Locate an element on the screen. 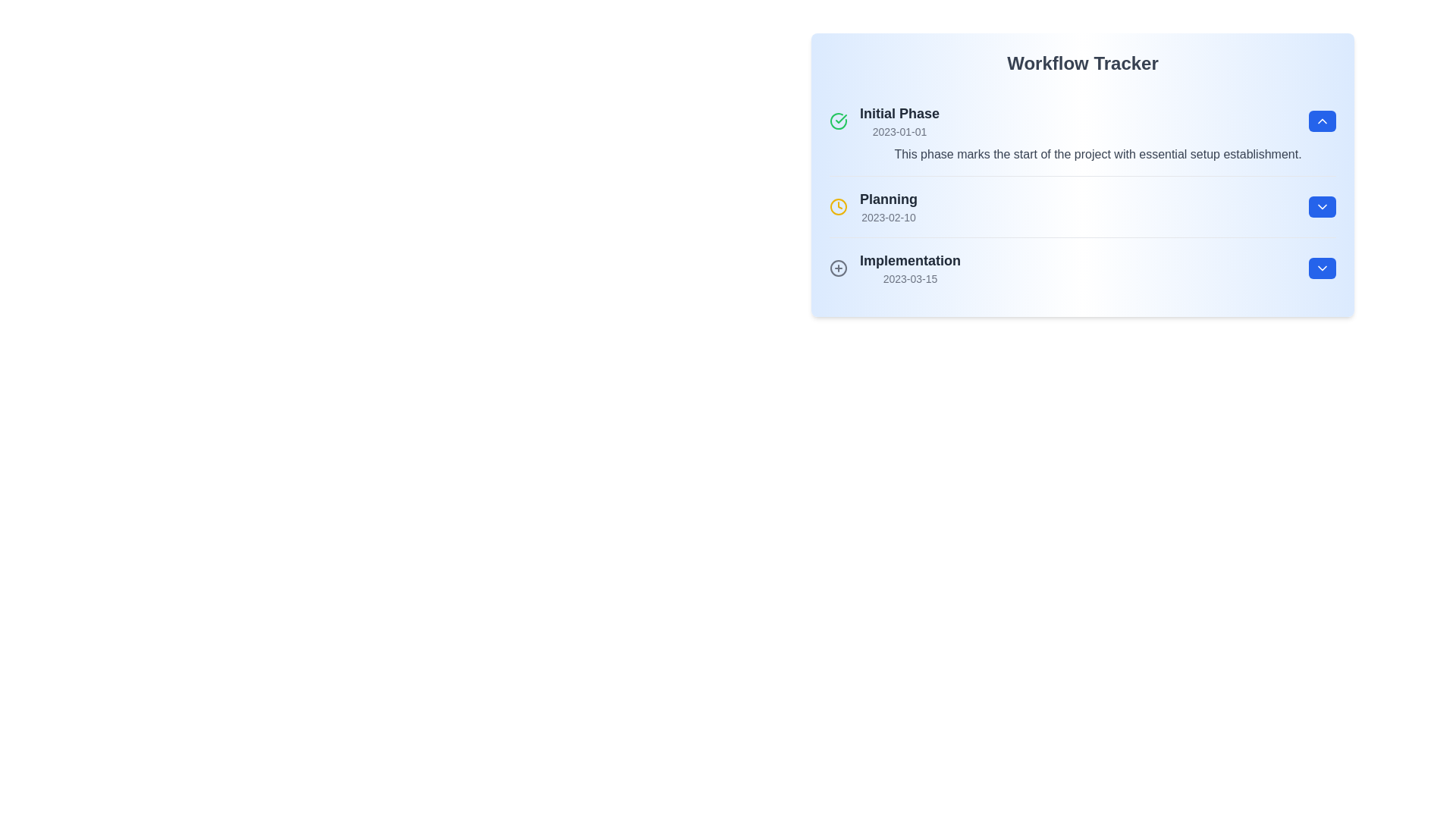 This screenshot has height=819, width=1456. the dropdown toggle icon located near the bottom right corner of the 'Implementation' card in the 'Workflow Tracker' panel is located at coordinates (1321, 268).